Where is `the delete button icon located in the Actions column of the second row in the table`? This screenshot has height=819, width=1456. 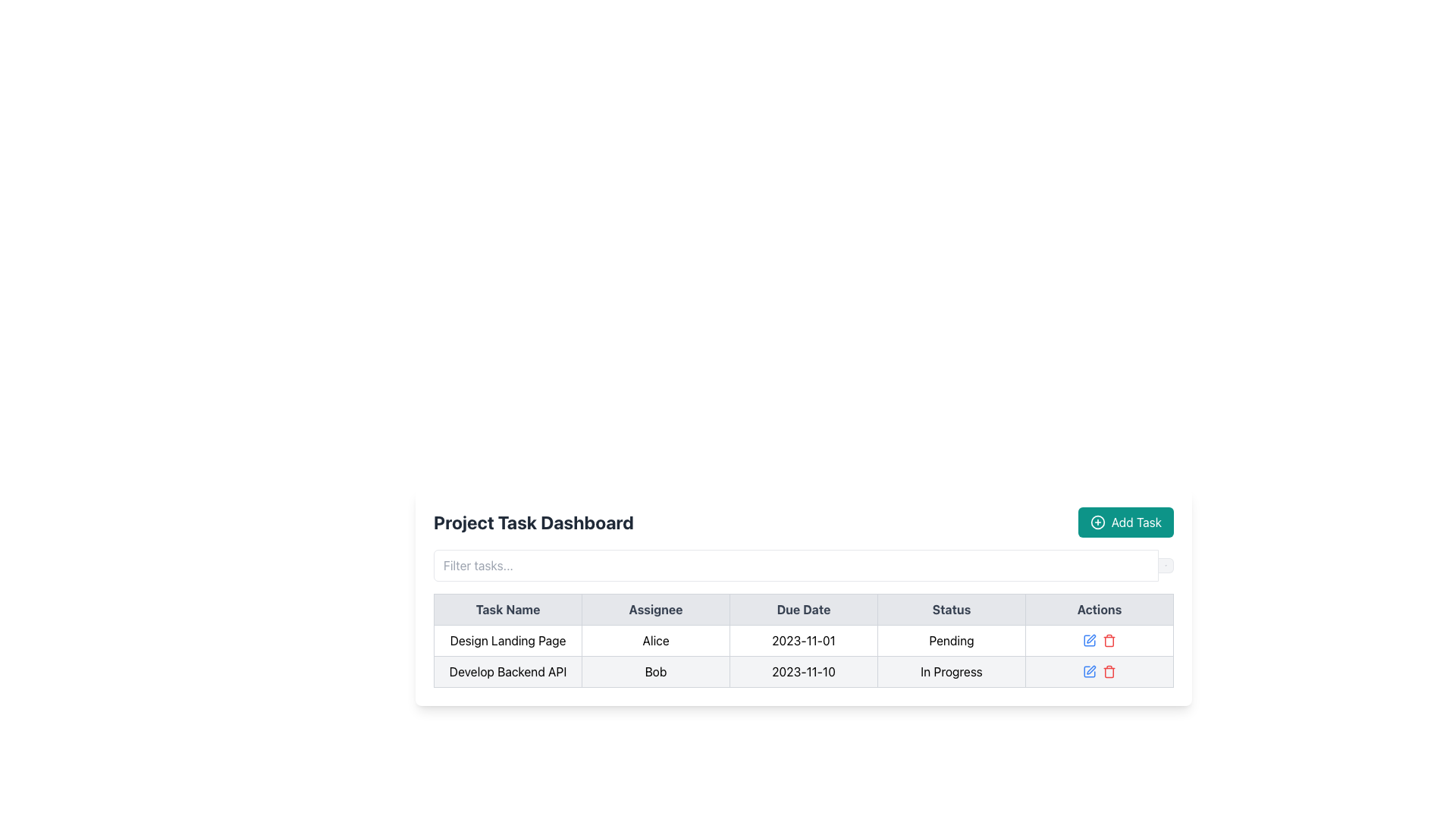 the delete button icon located in the Actions column of the second row in the table is located at coordinates (1109, 640).